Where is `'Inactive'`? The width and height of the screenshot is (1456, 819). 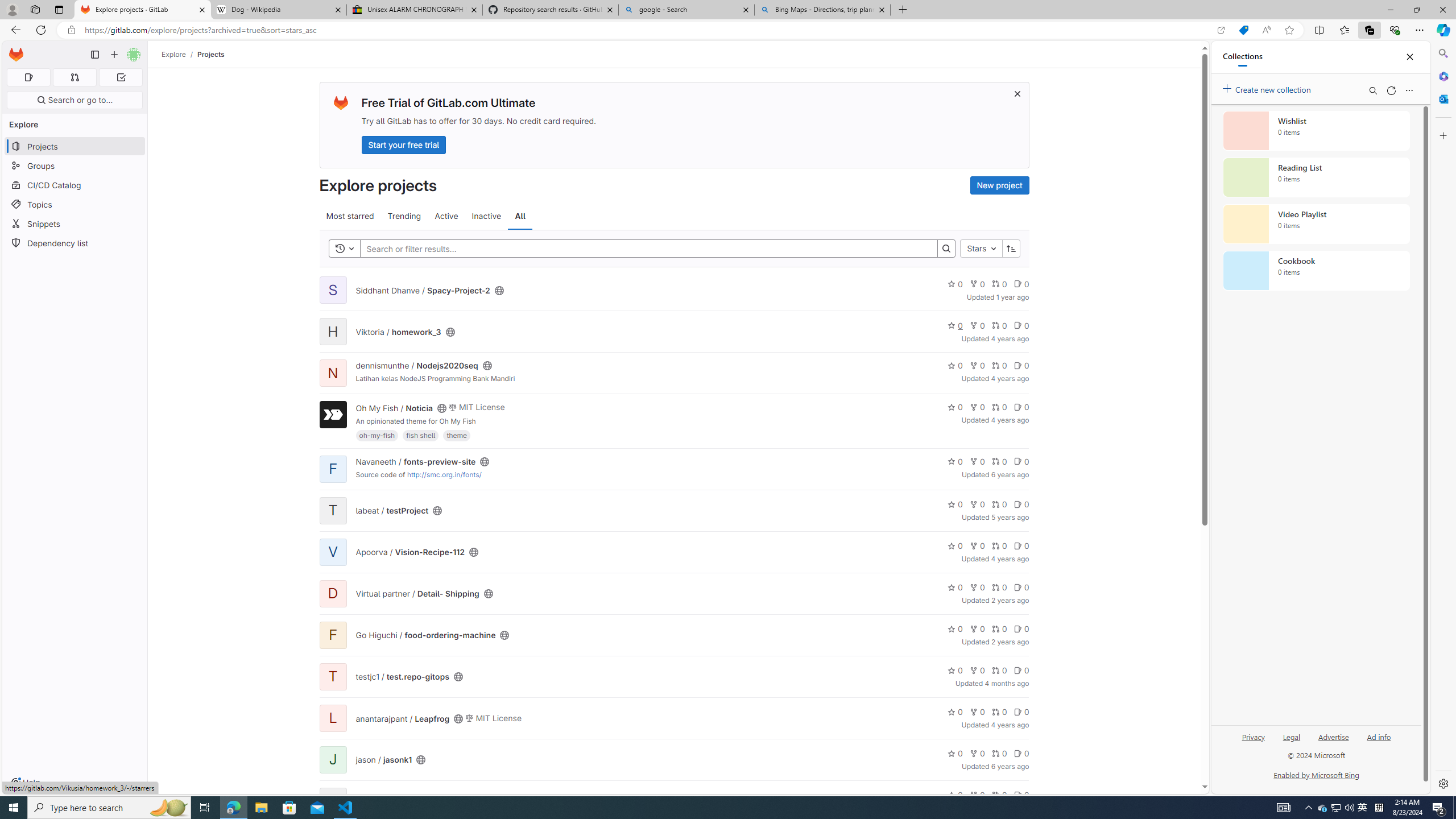
'Inactive' is located at coordinates (486, 216).